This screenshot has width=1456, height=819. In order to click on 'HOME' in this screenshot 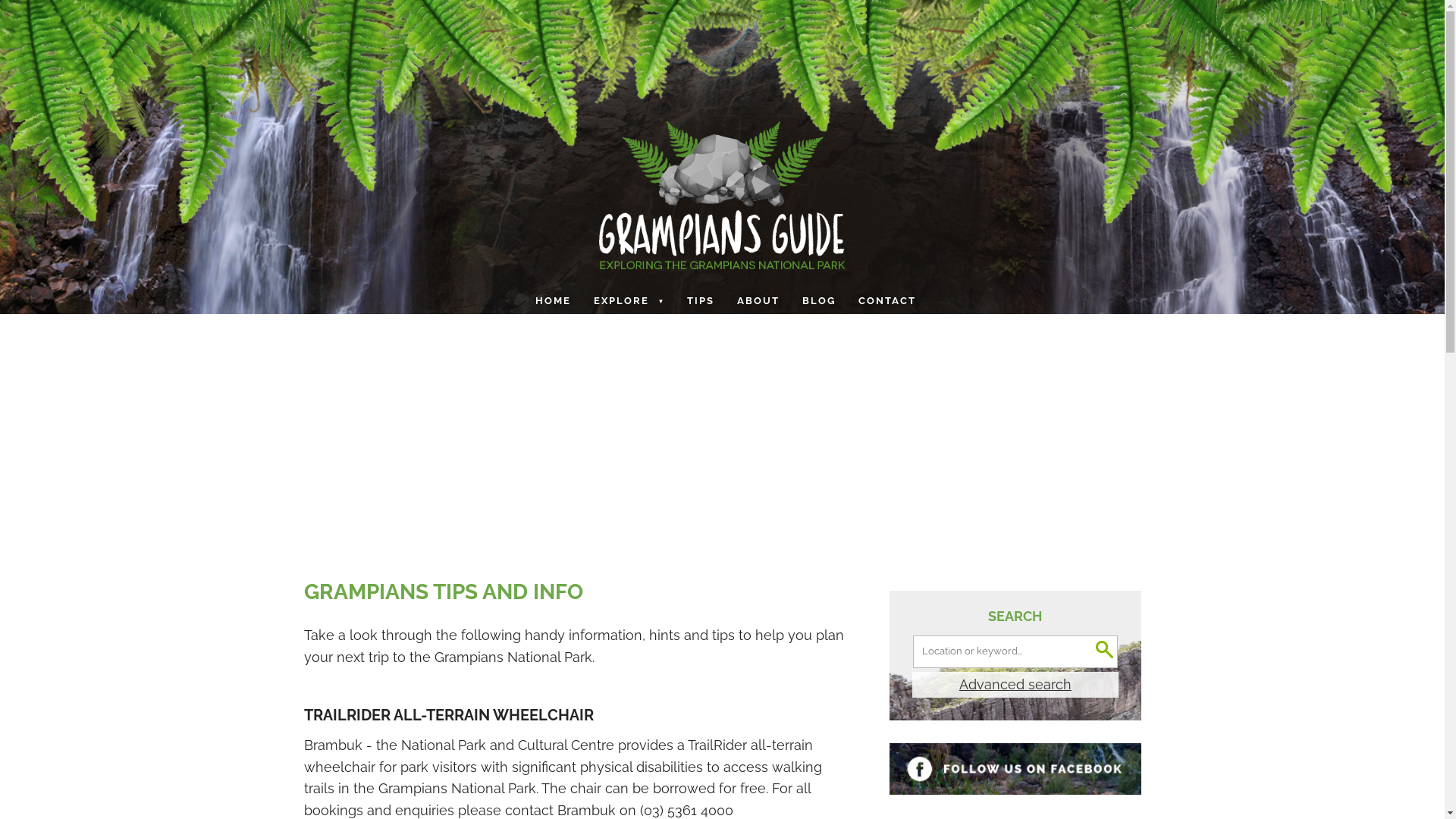, I will do `click(554, 301)`.